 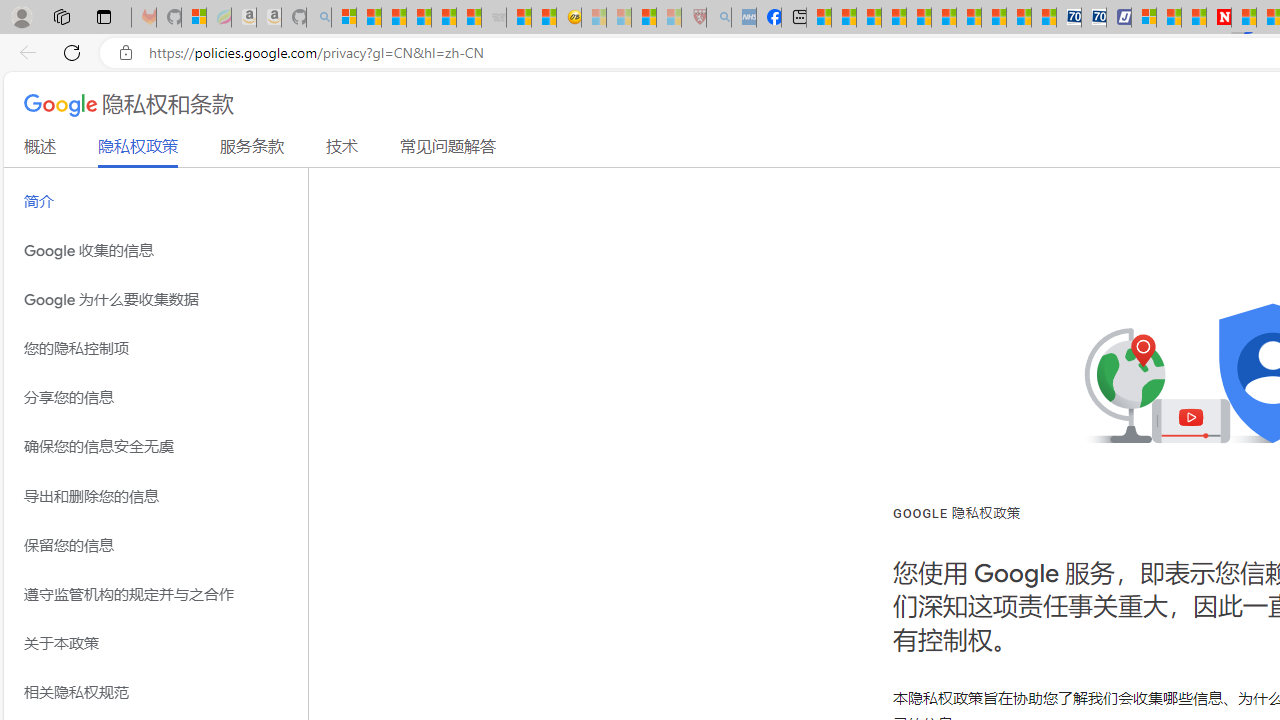 I want to click on 'Cheap Hotels - Save70.com', so click(x=1092, y=17).